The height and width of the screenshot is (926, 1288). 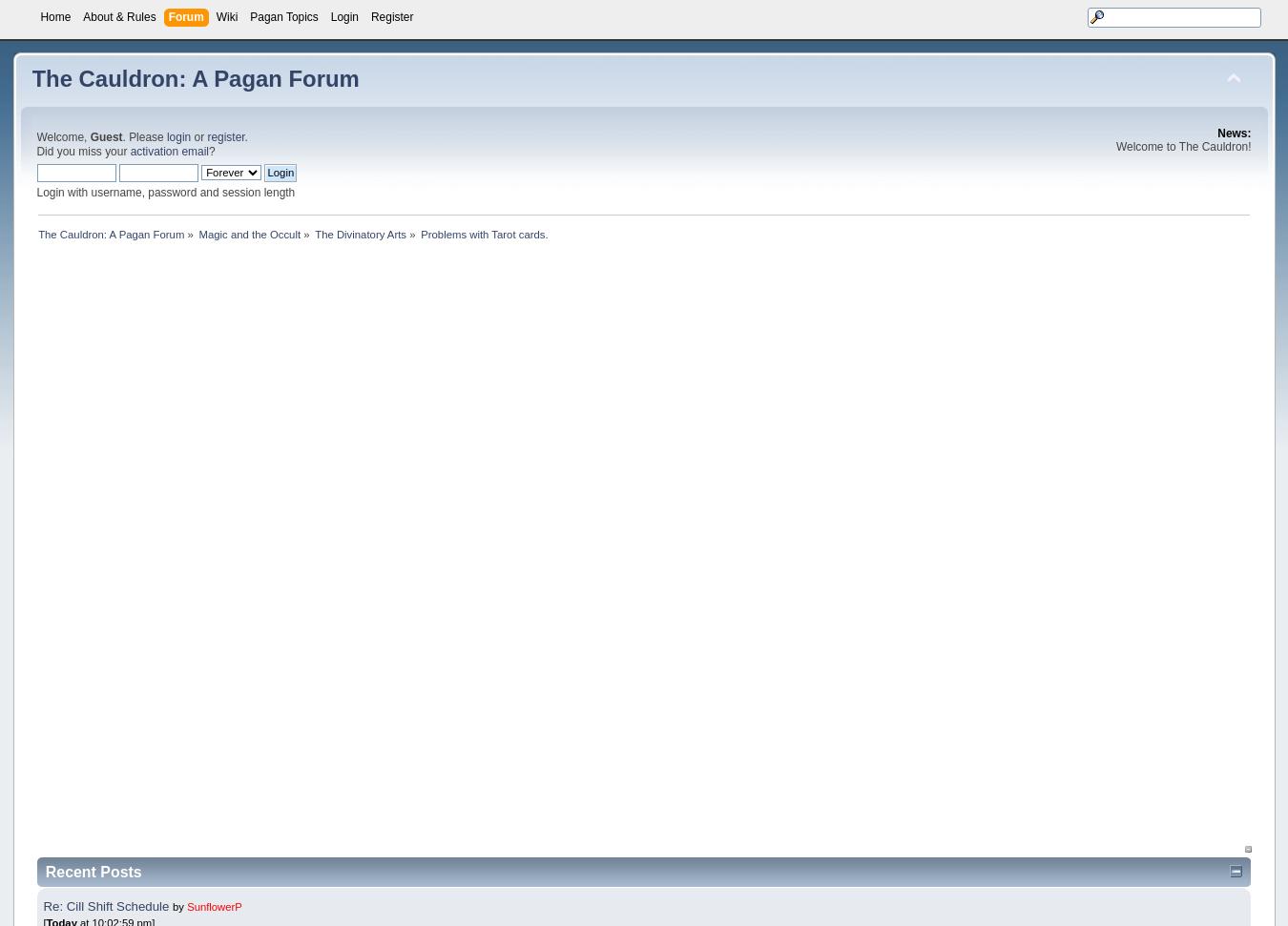 What do you see at coordinates (177, 136) in the screenshot?
I see `'login'` at bounding box center [177, 136].